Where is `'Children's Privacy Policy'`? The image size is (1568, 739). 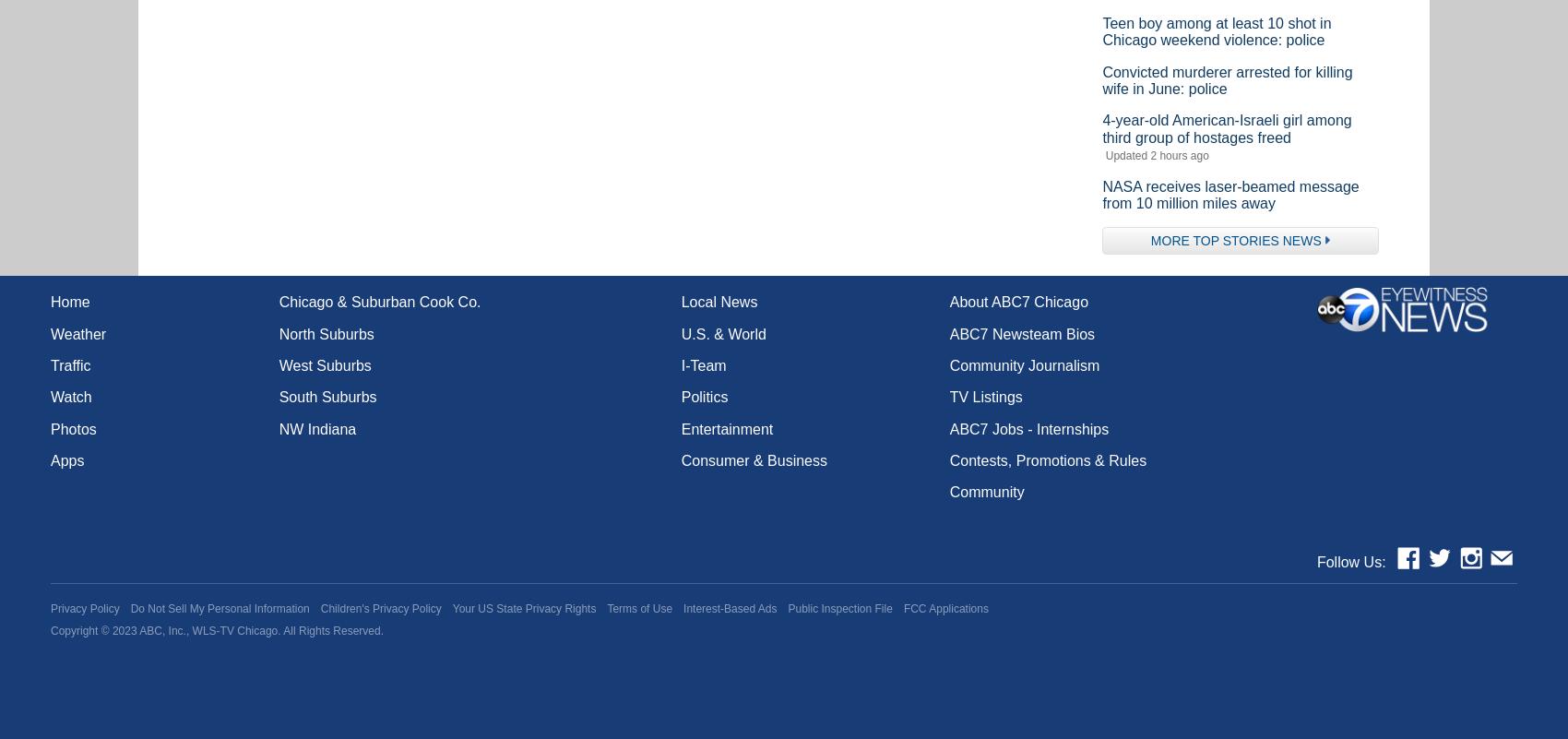
'Children's Privacy Policy' is located at coordinates (379, 607).